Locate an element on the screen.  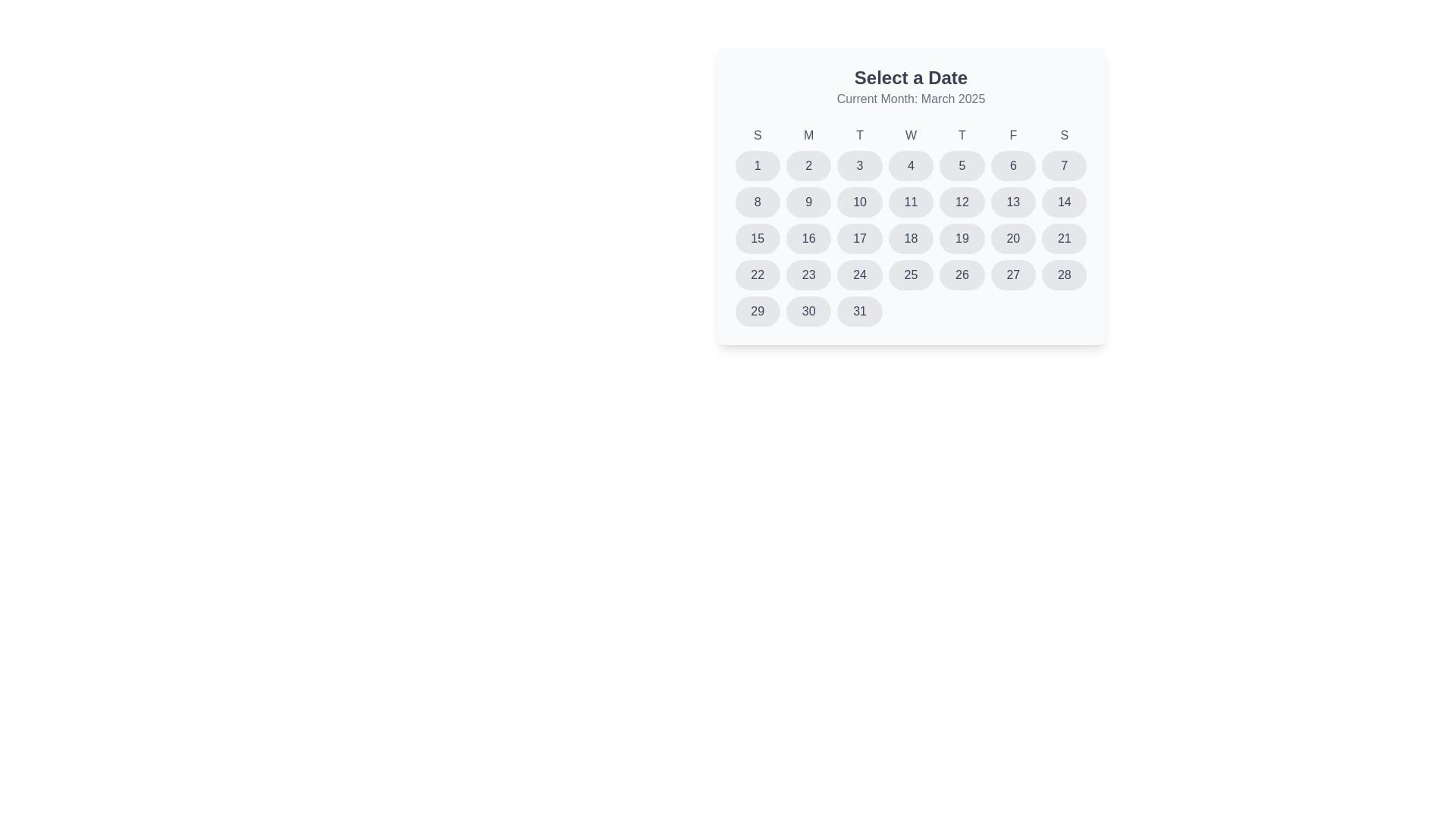
the button labeled '31' in the bottom-right corner of the calendar layout is located at coordinates (860, 311).